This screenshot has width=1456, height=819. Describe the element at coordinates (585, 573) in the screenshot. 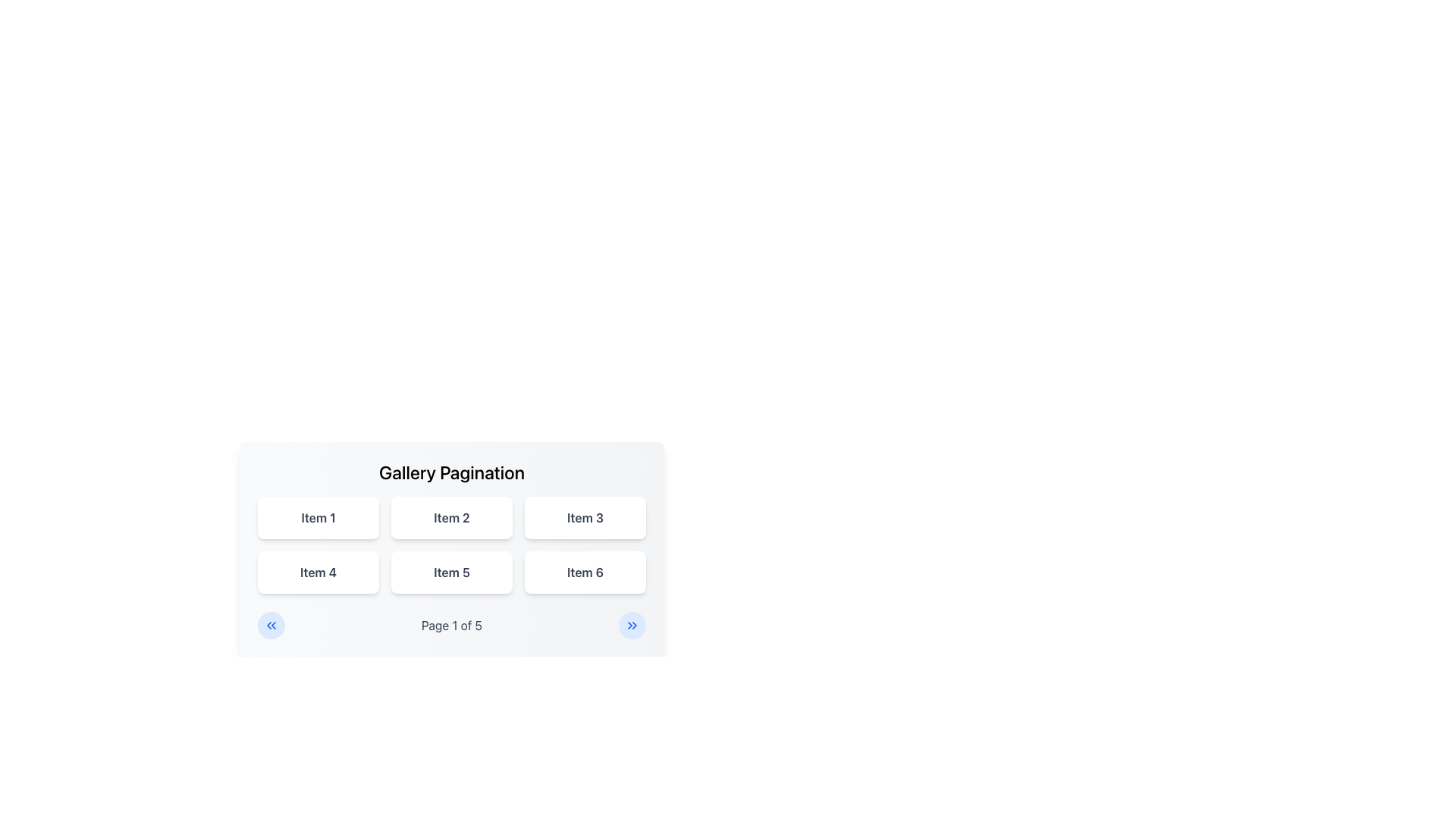

I see `the text label displaying 'Item 6', which is styled in dark gray and bold font, located in the second row, third column of a 3x2 grid layout` at that location.